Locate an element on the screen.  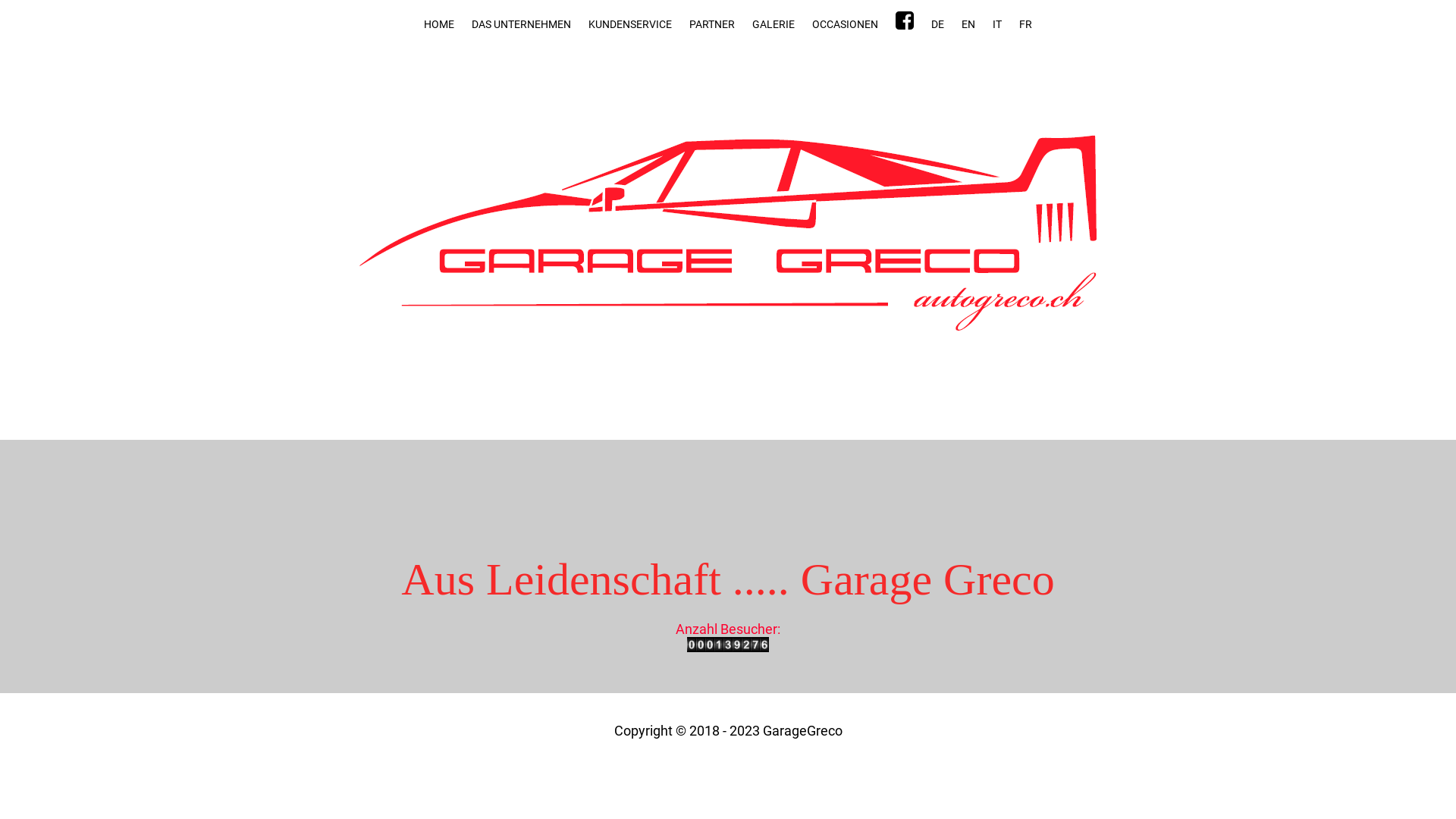
'HOME' is located at coordinates (438, 24).